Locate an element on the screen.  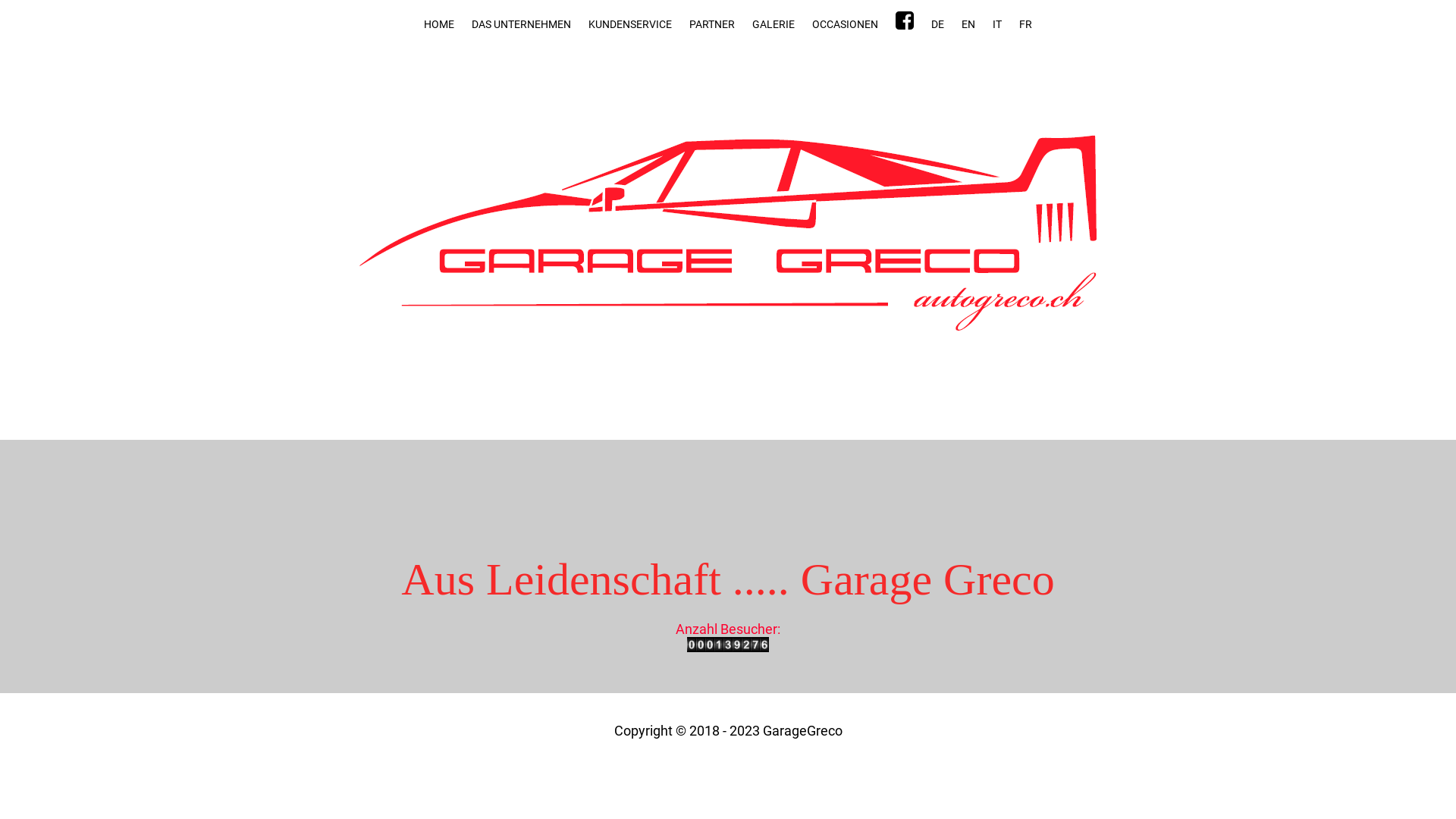
'HOME' is located at coordinates (438, 24).